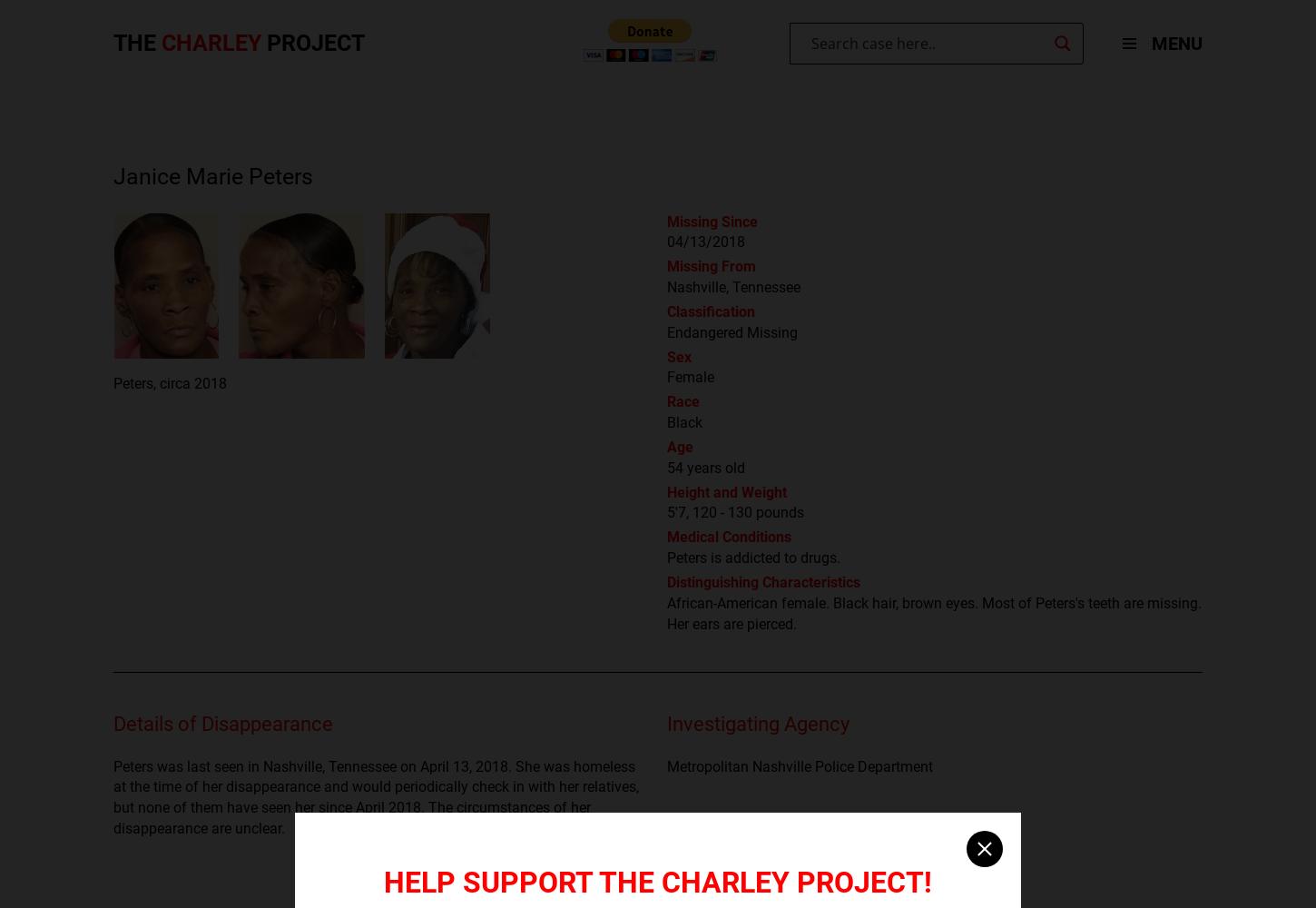  I want to click on 'Nashville, 								Tennessee', so click(733, 286).